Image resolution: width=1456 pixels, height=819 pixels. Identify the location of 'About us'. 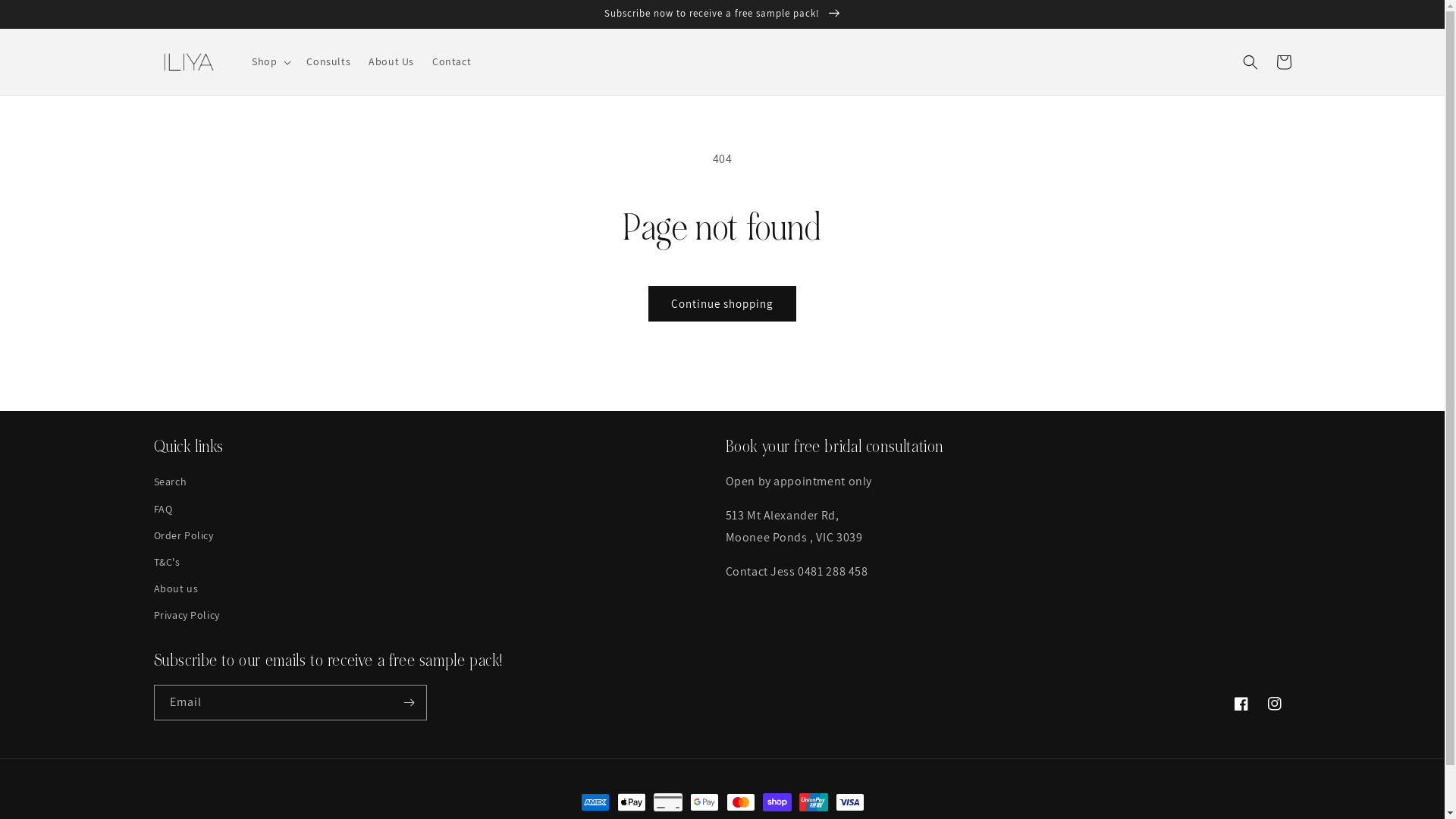
(175, 588).